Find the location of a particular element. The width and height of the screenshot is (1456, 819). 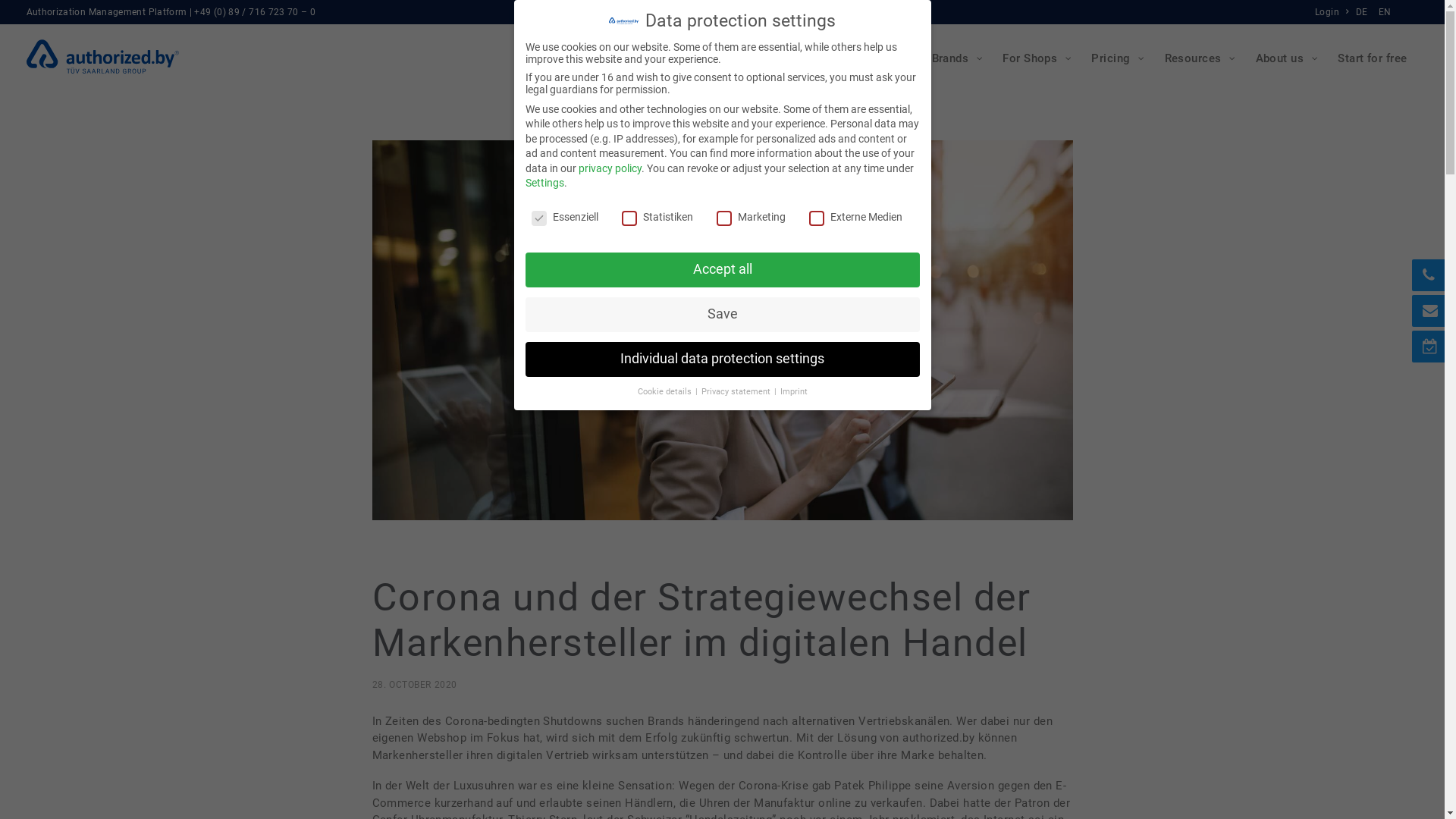

'About us' is located at coordinates (1285, 58).